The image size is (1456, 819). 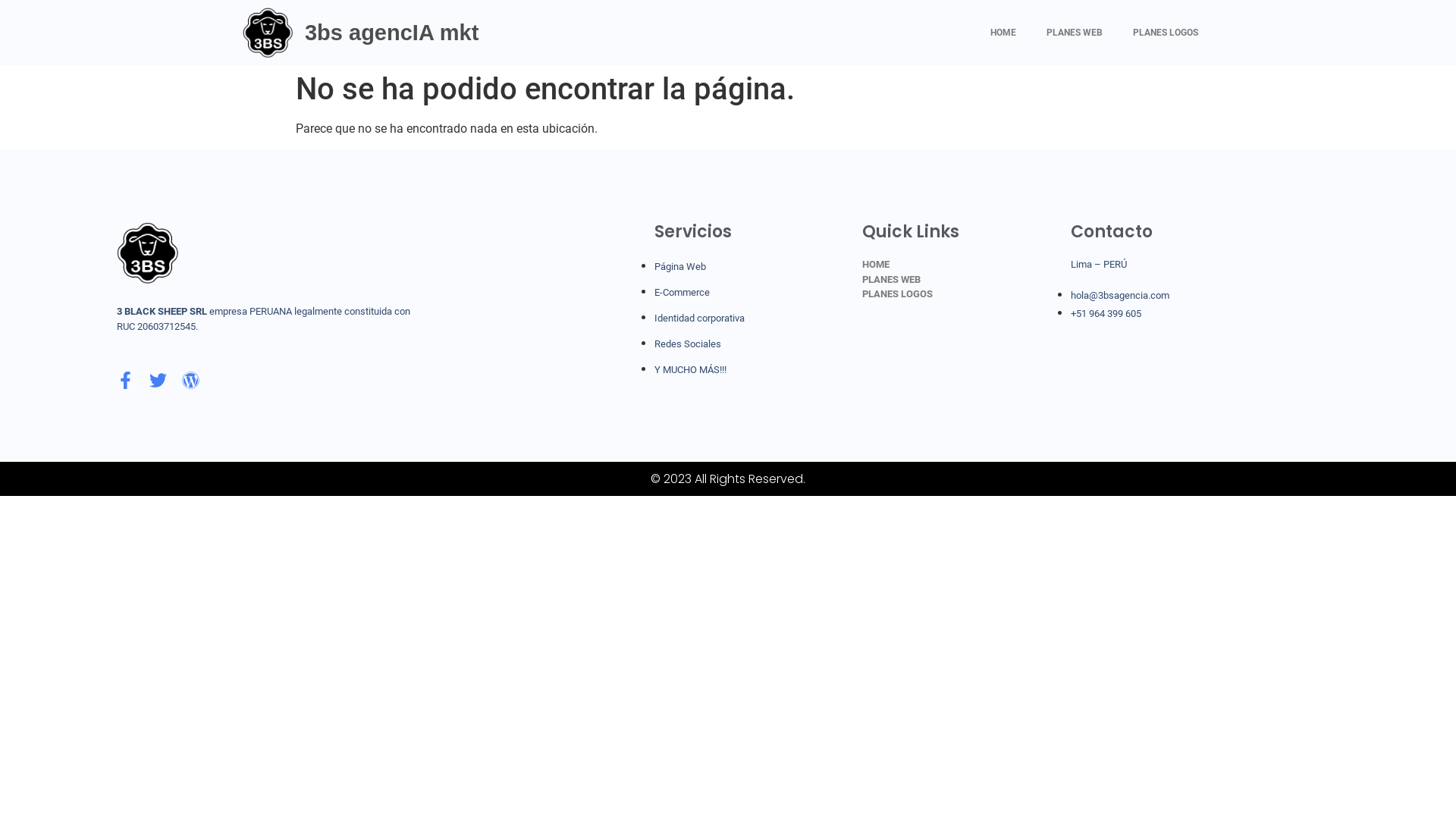 I want to click on 'E-Commerce', so click(x=681, y=292).